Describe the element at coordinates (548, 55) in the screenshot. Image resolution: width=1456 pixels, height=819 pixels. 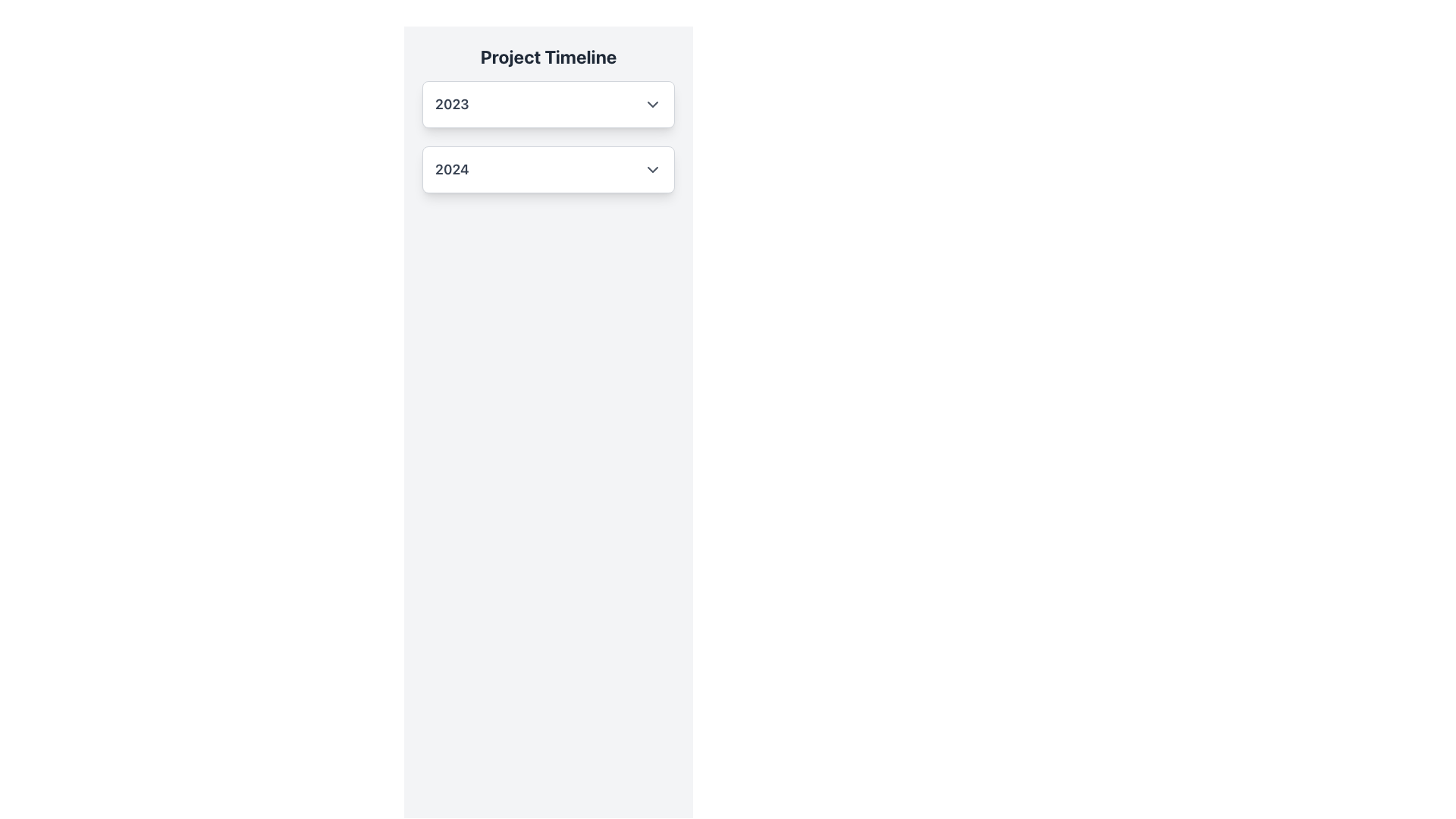
I see `the header text label that indicates the section's purpose related to timelines for different years, positioned centrally above the dropdowns for '2023' and '2024'` at that location.